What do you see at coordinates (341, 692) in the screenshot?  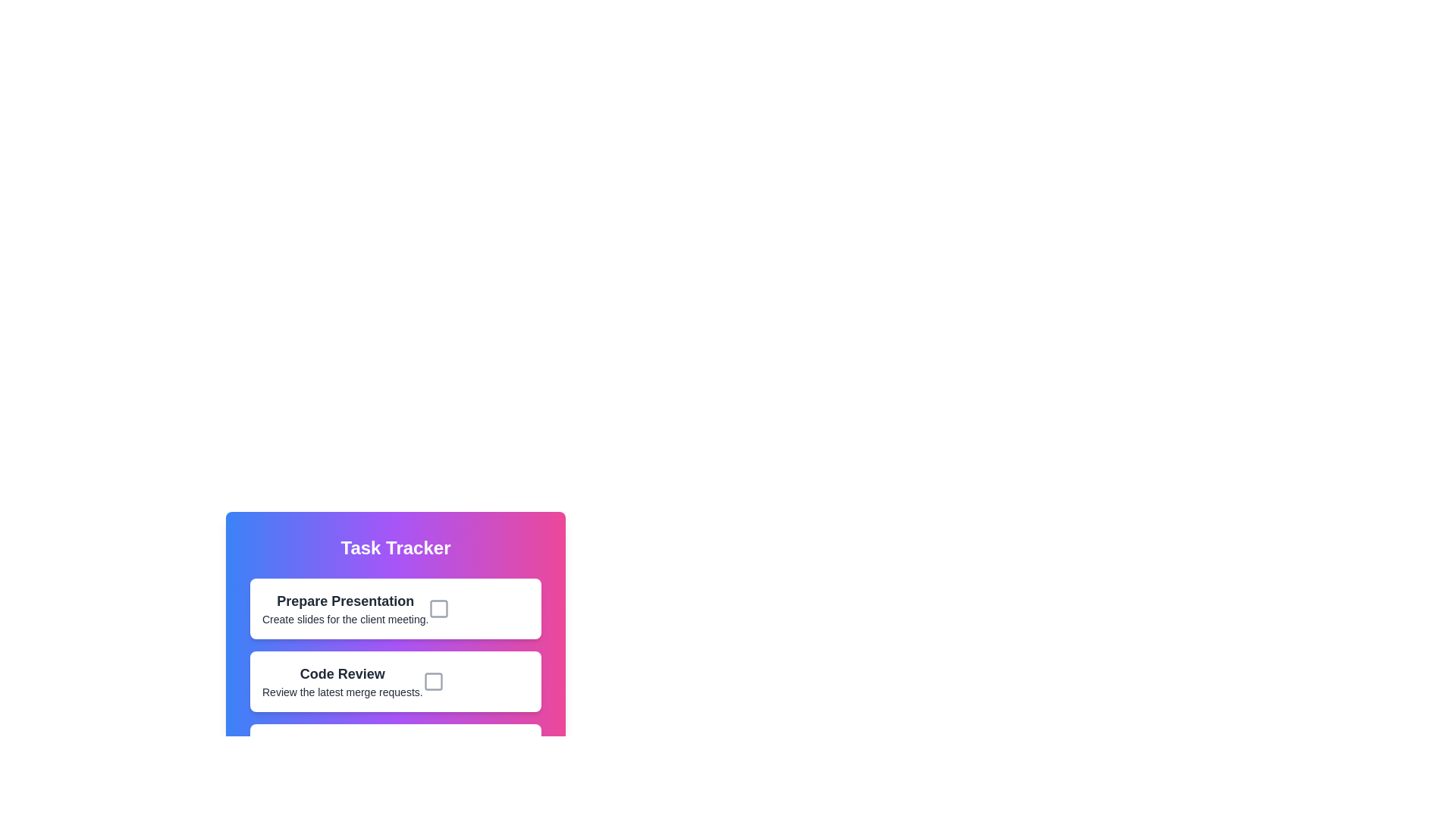 I see `the text label providing context for the 'Code Review' task, located beneath the 'Code Review' heading in the second task card of the 'Task Tracker' module` at bounding box center [341, 692].